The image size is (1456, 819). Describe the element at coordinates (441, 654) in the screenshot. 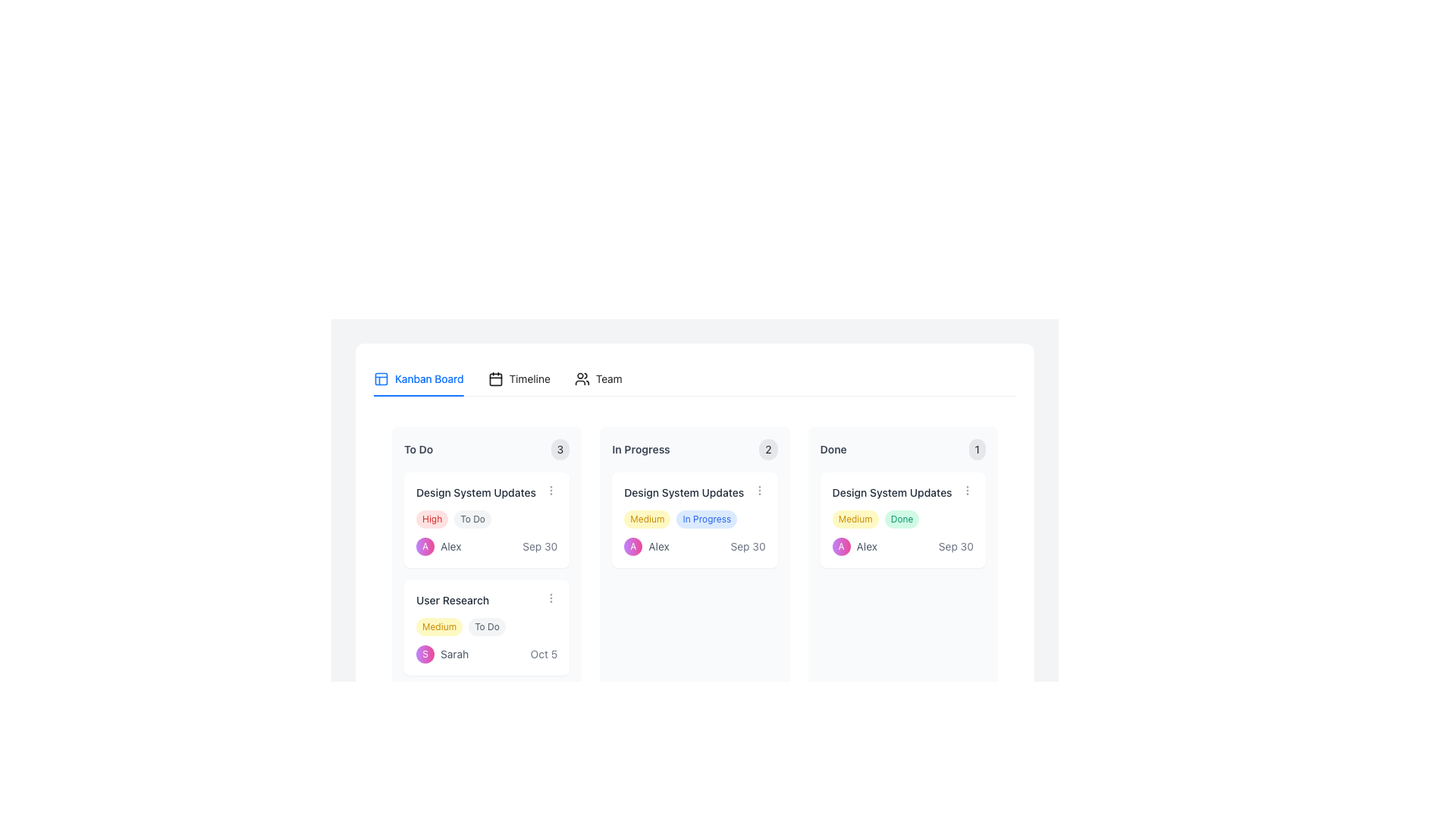

I see `the user identifier for 'Sarah' located in the 'To Do' column under the 'User Research' card, which is the first element to the left of the date indicator 'Oct 5'` at that location.